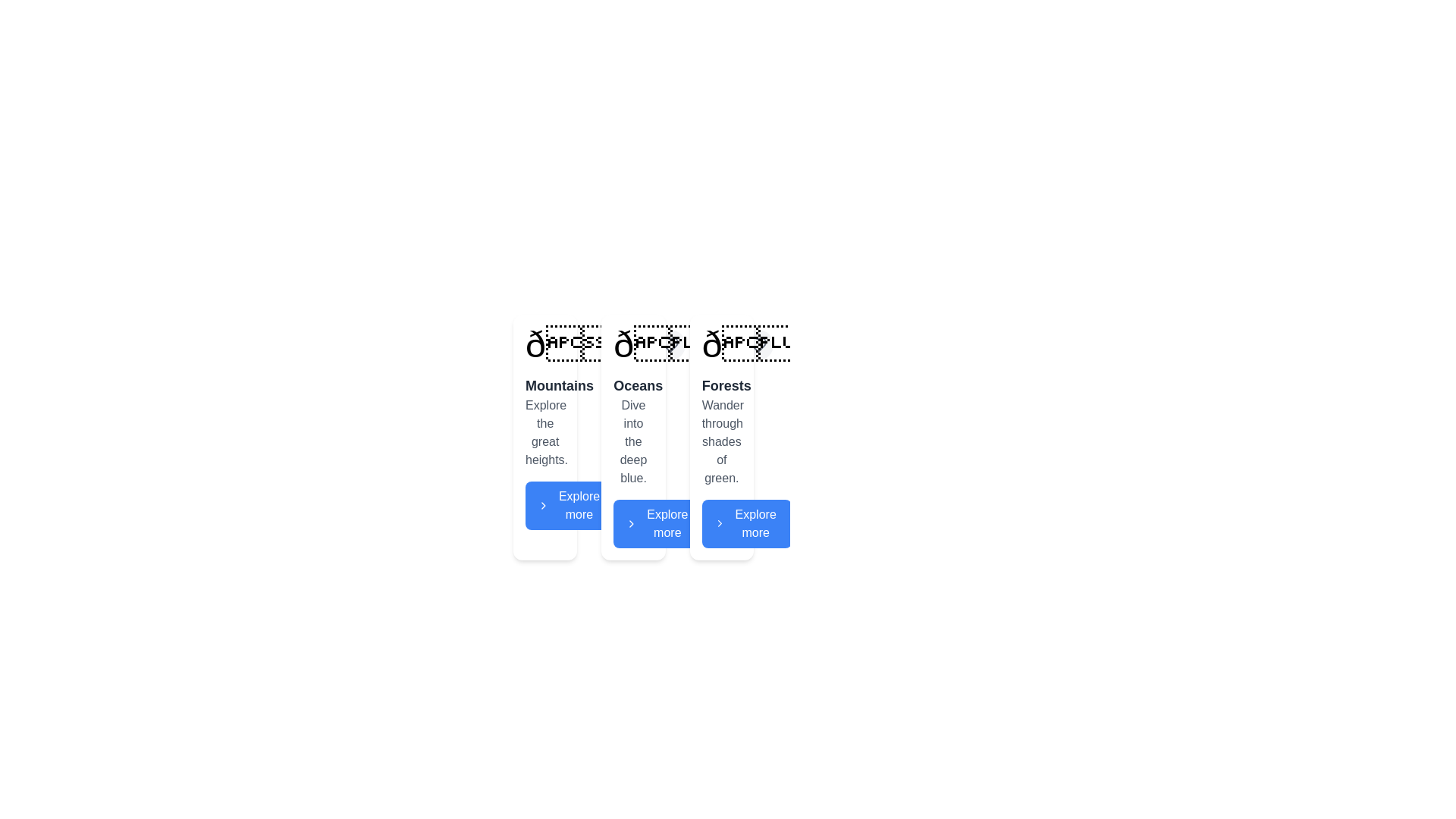  I want to click on the 'Explore more' button with a bright blue background and white text, so click(658, 522).